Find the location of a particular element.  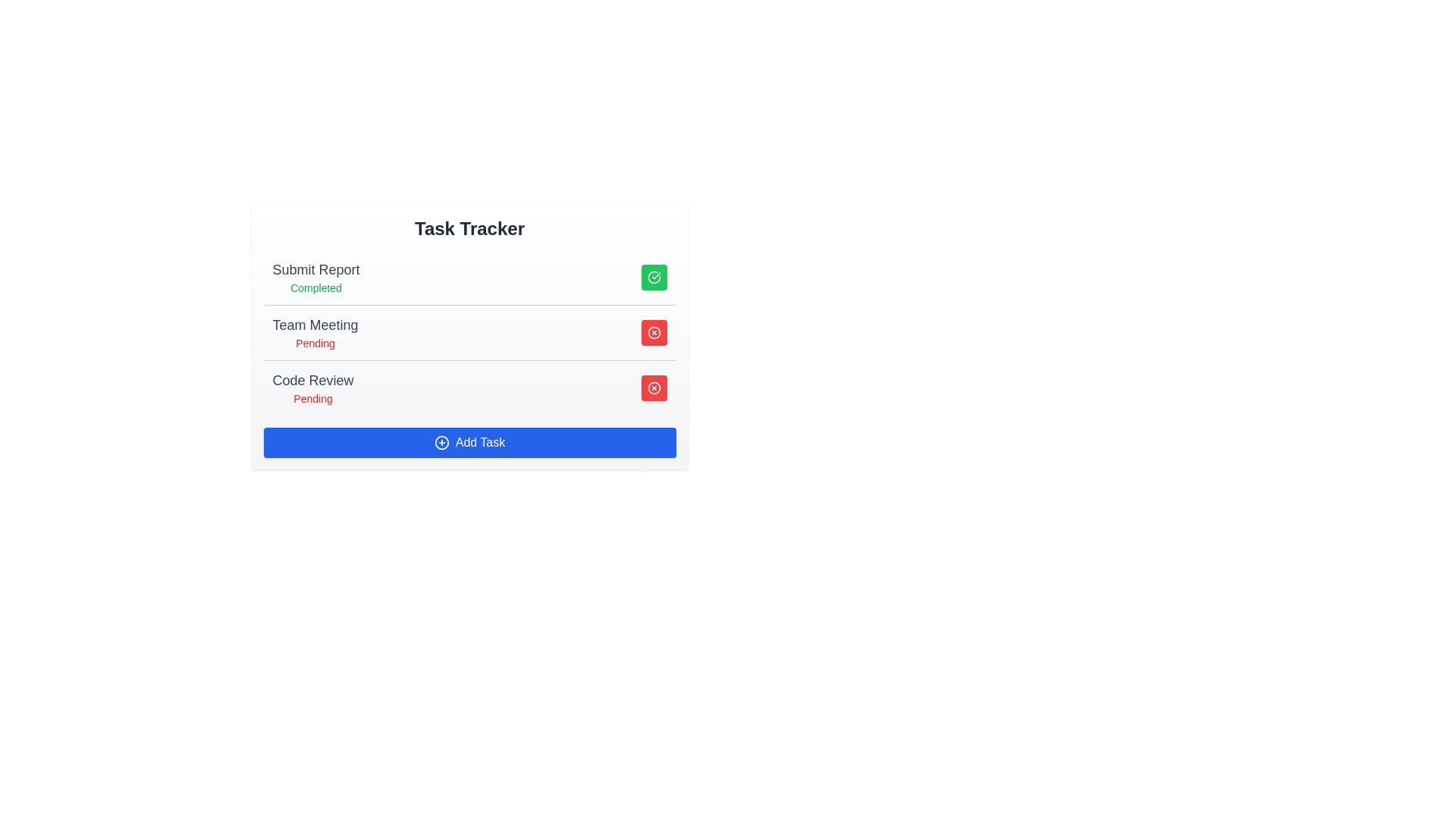

the icon inside the 'Add Task' button located at the bottom of the Task Tracker interface is located at coordinates (441, 442).